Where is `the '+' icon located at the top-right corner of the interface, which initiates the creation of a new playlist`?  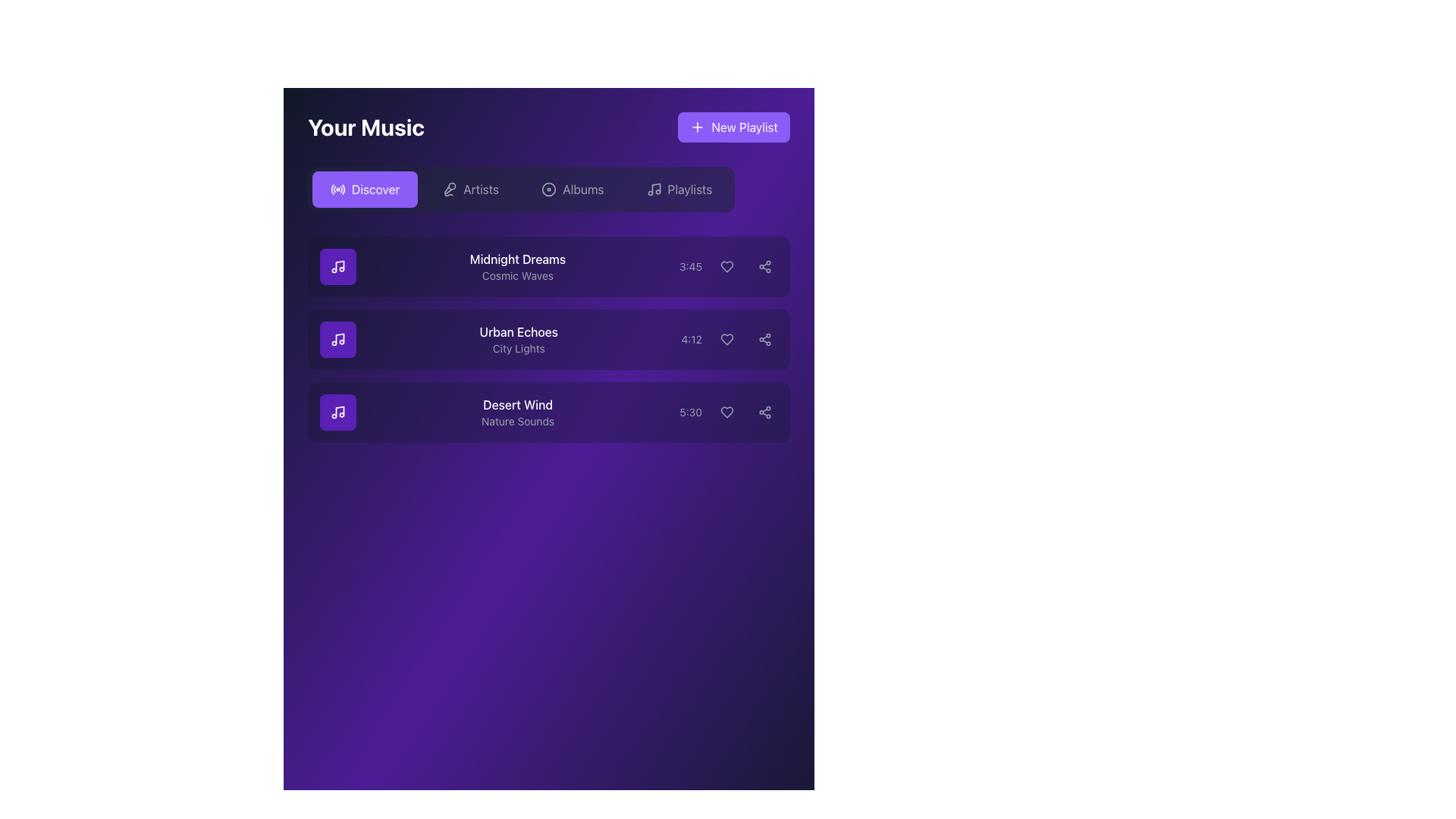 the '+' icon located at the top-right corner of the interface, which initiates the creation of a new playlist is located at coordinates (697, 127).